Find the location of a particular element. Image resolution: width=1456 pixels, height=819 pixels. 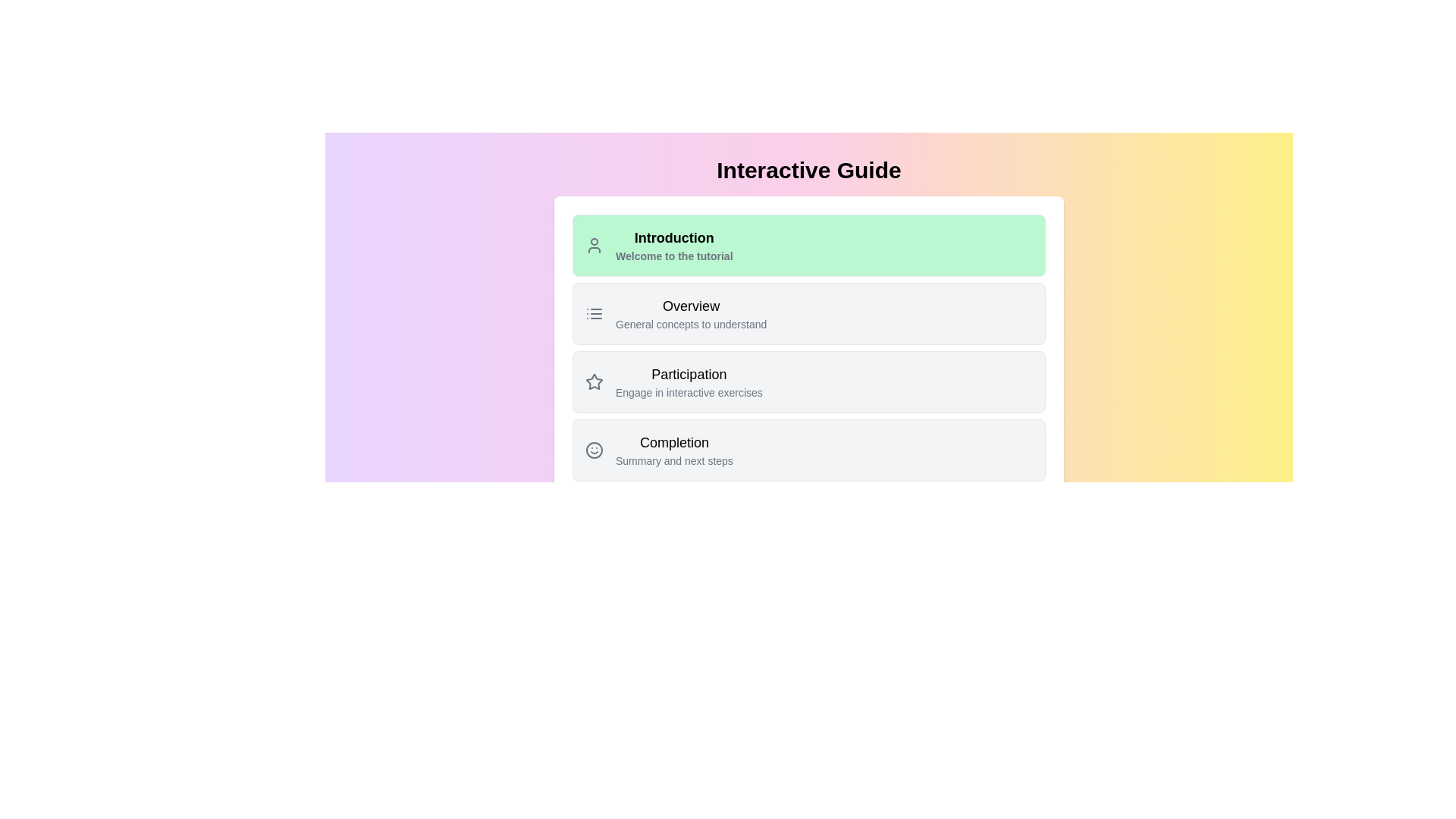

the 'Interactive Guide' text header, which is prominently displayed at the top center of the user interface with a bold, large black font against a gradient background is located at coordinates (808, 170).